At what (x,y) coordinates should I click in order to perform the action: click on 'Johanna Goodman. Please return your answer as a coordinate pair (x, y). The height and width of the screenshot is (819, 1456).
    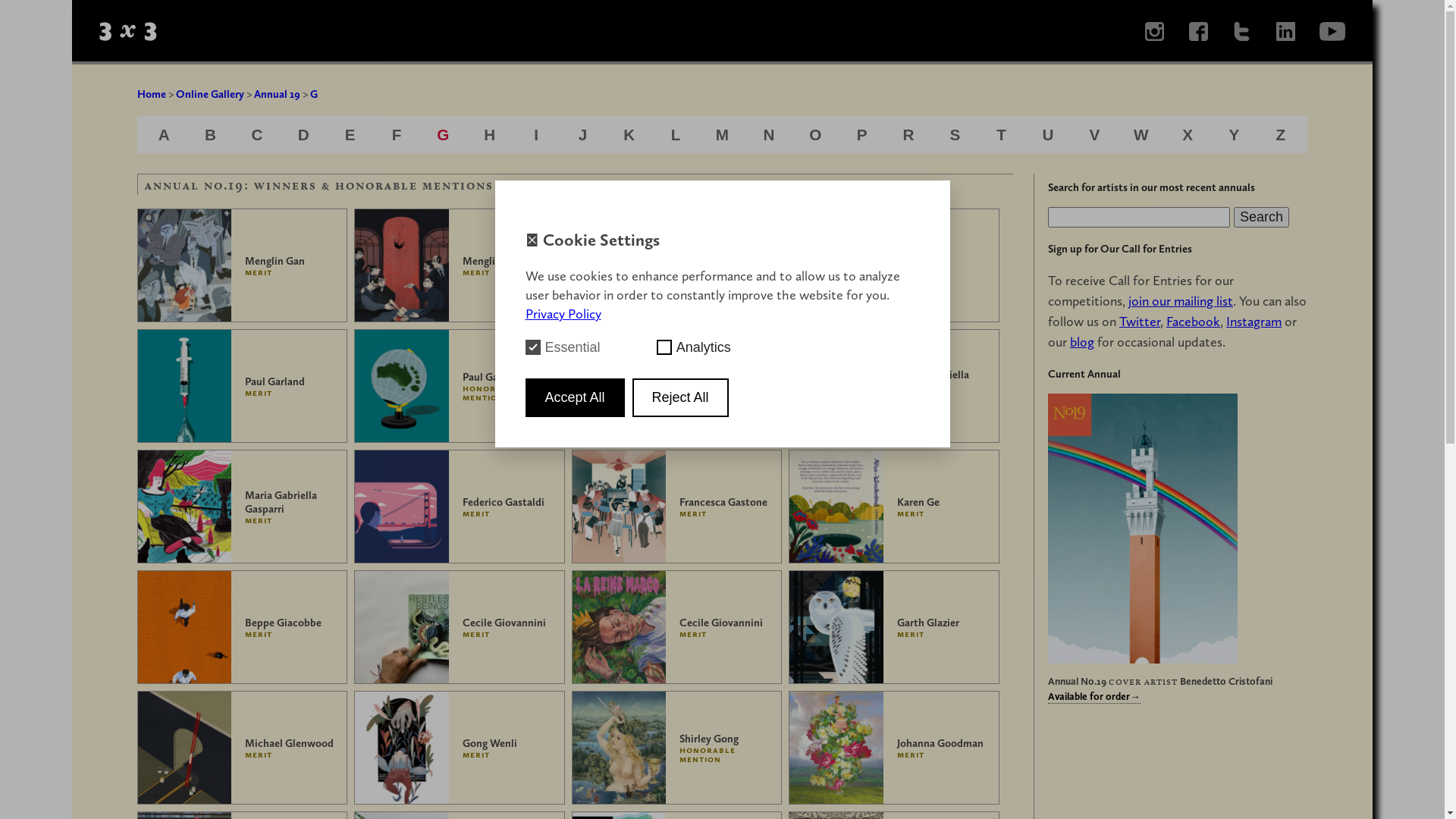
    Looking at the image, I should click on (894, 747).